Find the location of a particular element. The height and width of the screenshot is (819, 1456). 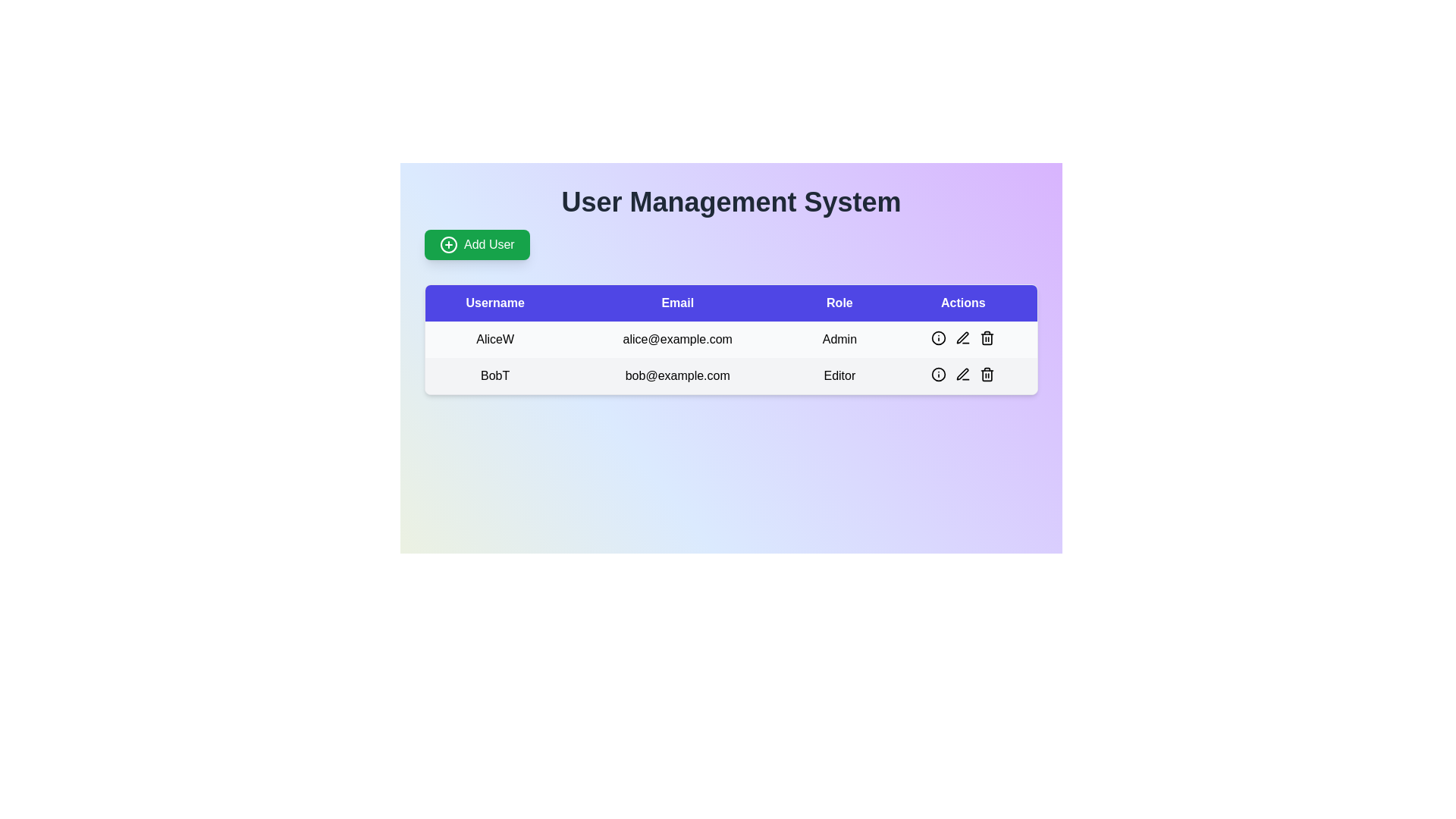

the table cell displaying the email address associated with the user 'AliceW' in the user management system, located in the first row of the 'Email' column is located at coordinates (731, 338).